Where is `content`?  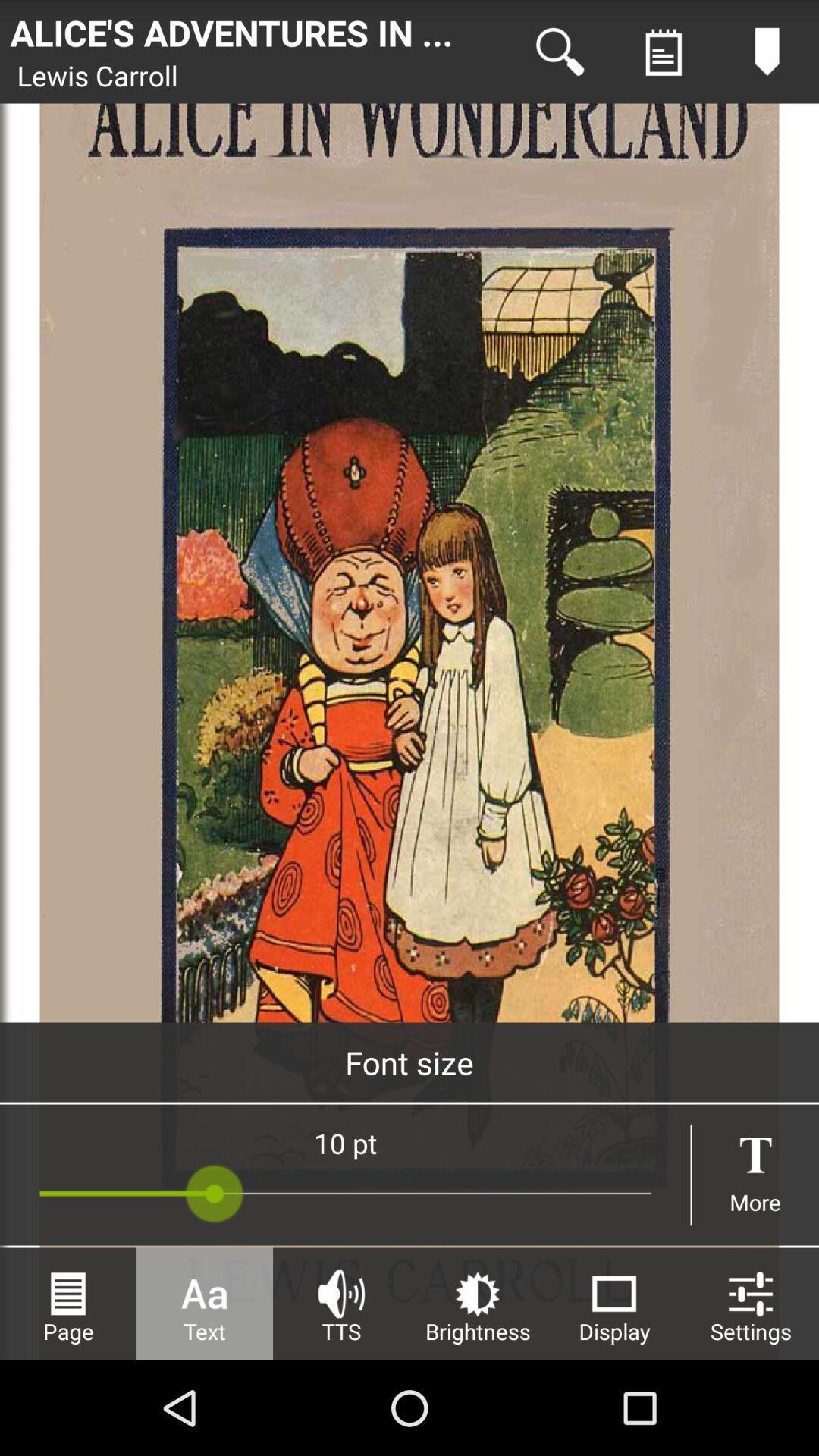
content is located at coordinates (767, 52).